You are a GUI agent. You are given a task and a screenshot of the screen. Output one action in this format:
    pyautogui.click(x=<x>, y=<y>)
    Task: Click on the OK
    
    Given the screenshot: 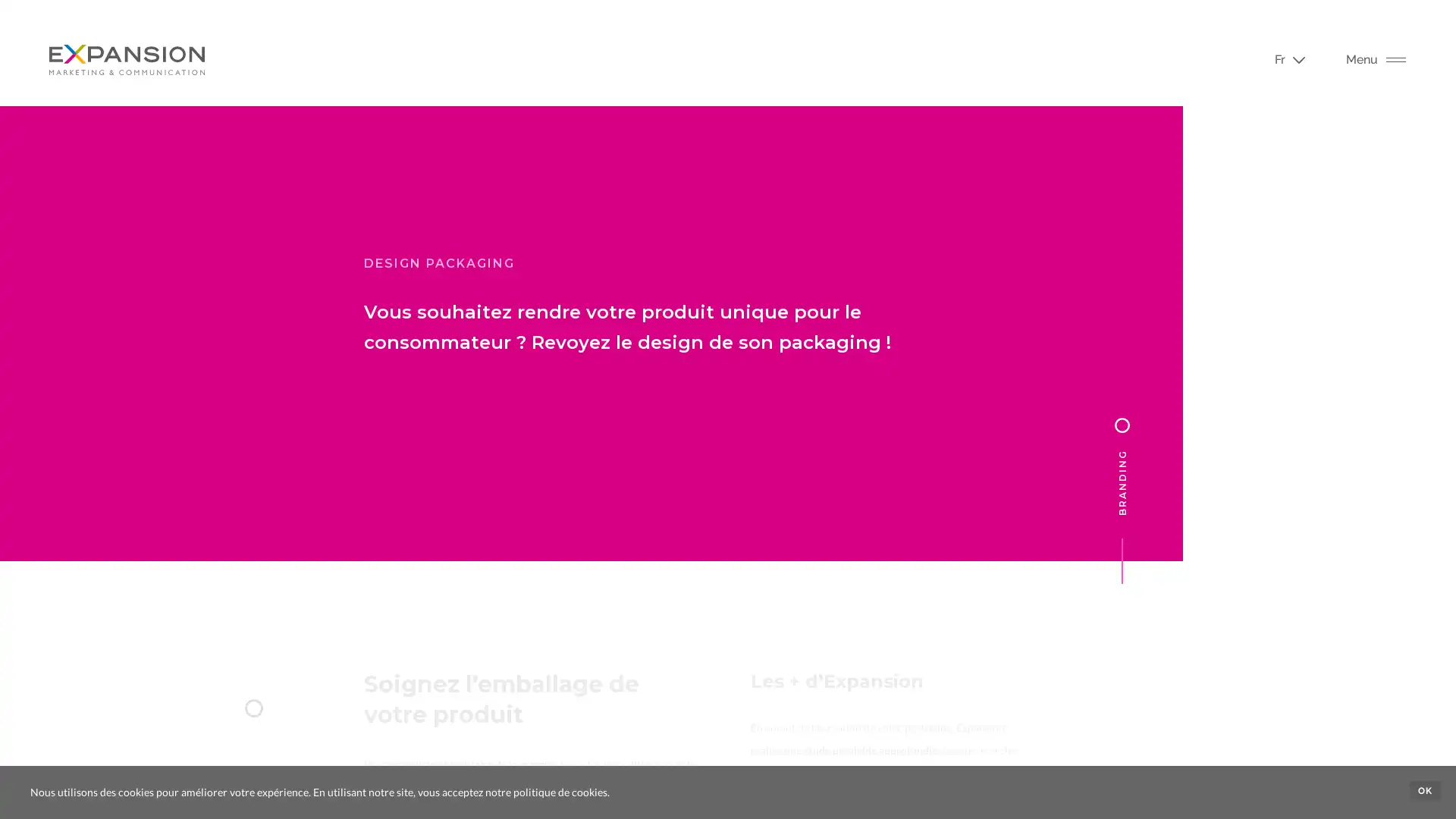 What is the action you would take?
    pyautogui.click(x=1424, y=789)
    